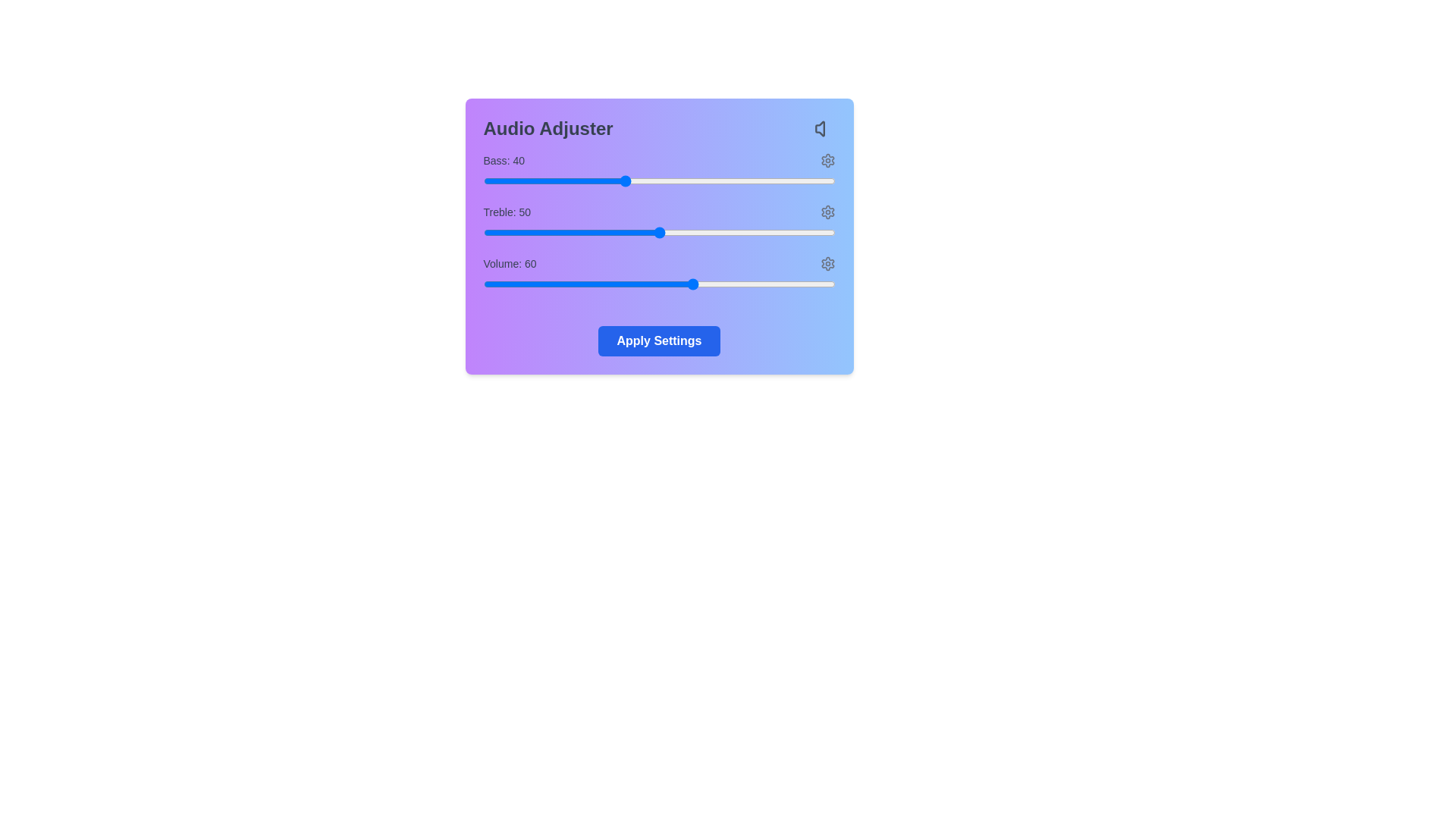 The image size is (1456, 819). What do you see at coordinates (553, 180) in the screenshot?
I see `the bass level` at bounding box center [553, 180].